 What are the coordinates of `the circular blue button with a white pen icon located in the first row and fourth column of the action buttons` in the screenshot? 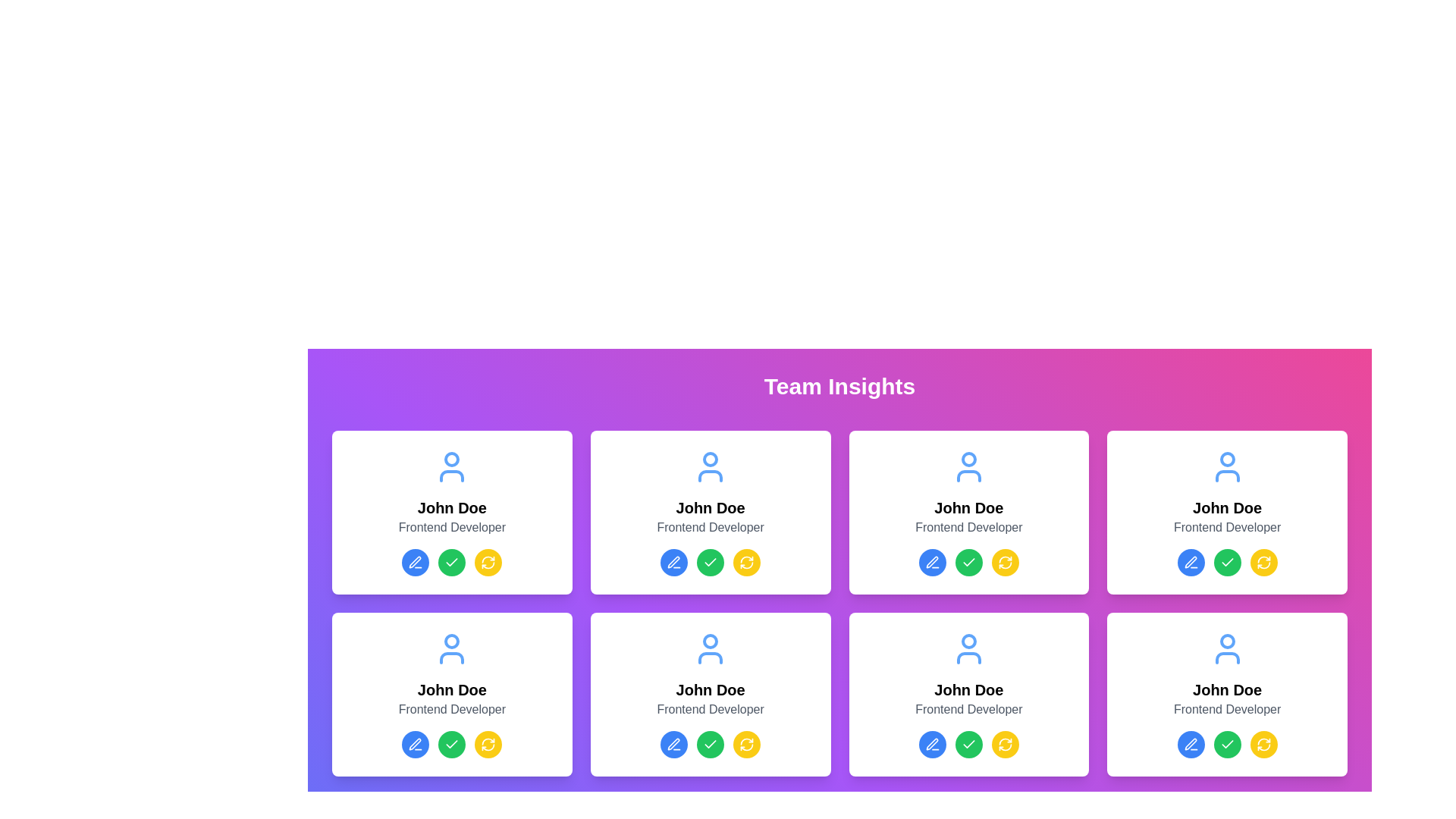 It's located at (1190, 562).